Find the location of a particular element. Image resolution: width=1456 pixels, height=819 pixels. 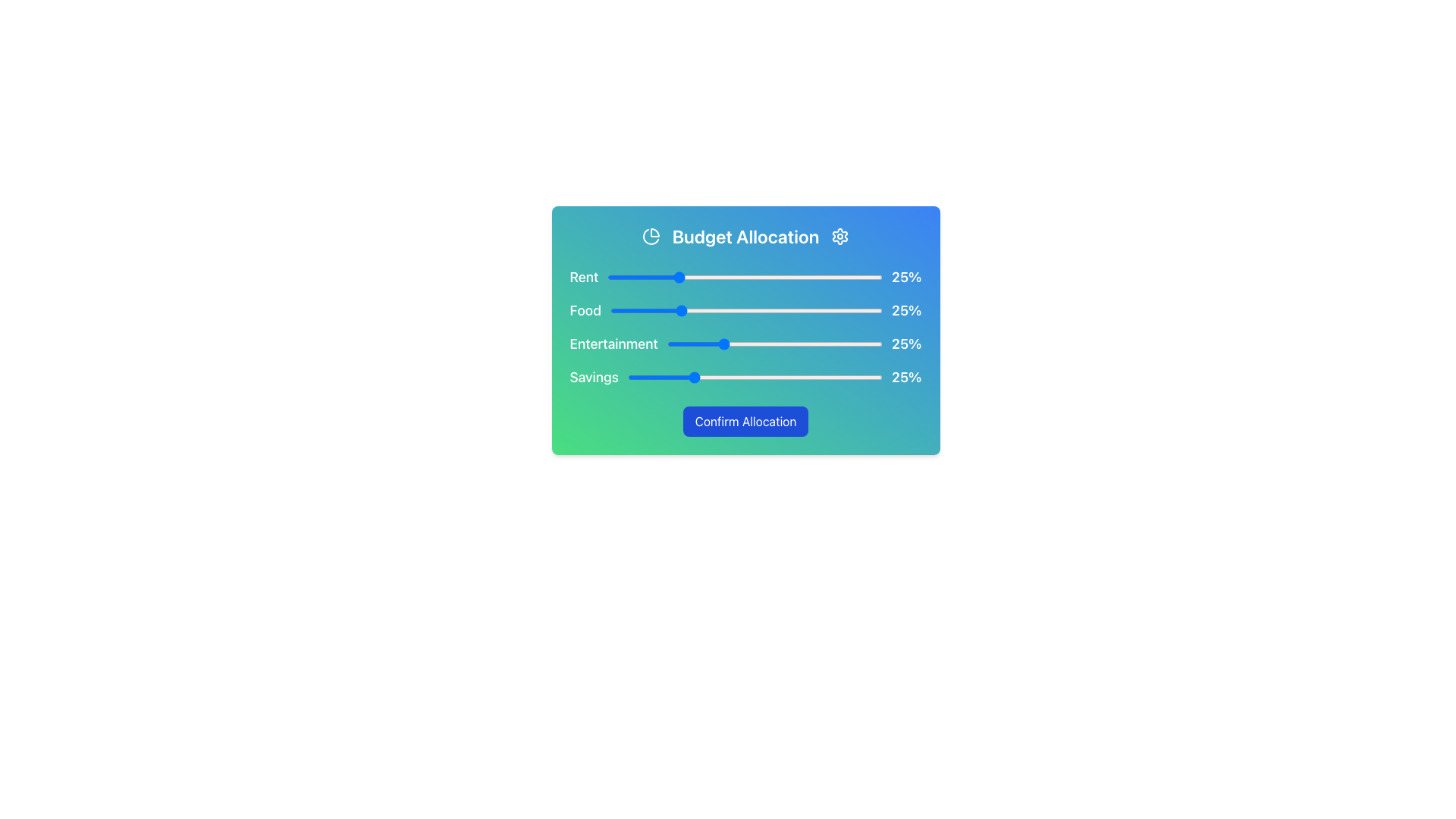

the Entertainment allocation is located at coordinates (734, 344).